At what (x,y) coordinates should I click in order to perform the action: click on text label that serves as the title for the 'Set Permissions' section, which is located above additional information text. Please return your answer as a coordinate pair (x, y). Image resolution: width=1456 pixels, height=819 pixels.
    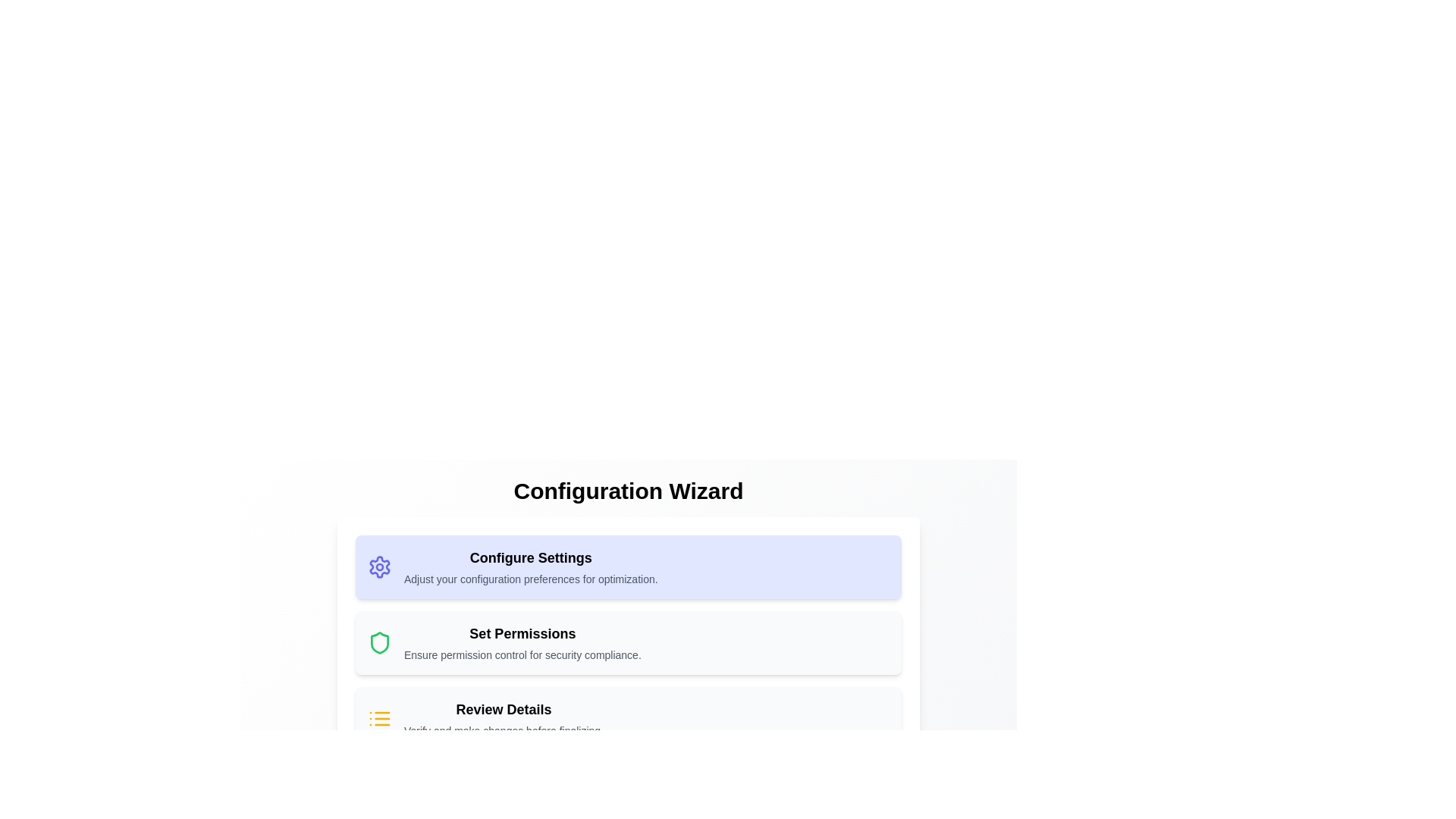
    Looking at the image, I should click on (522, 634).